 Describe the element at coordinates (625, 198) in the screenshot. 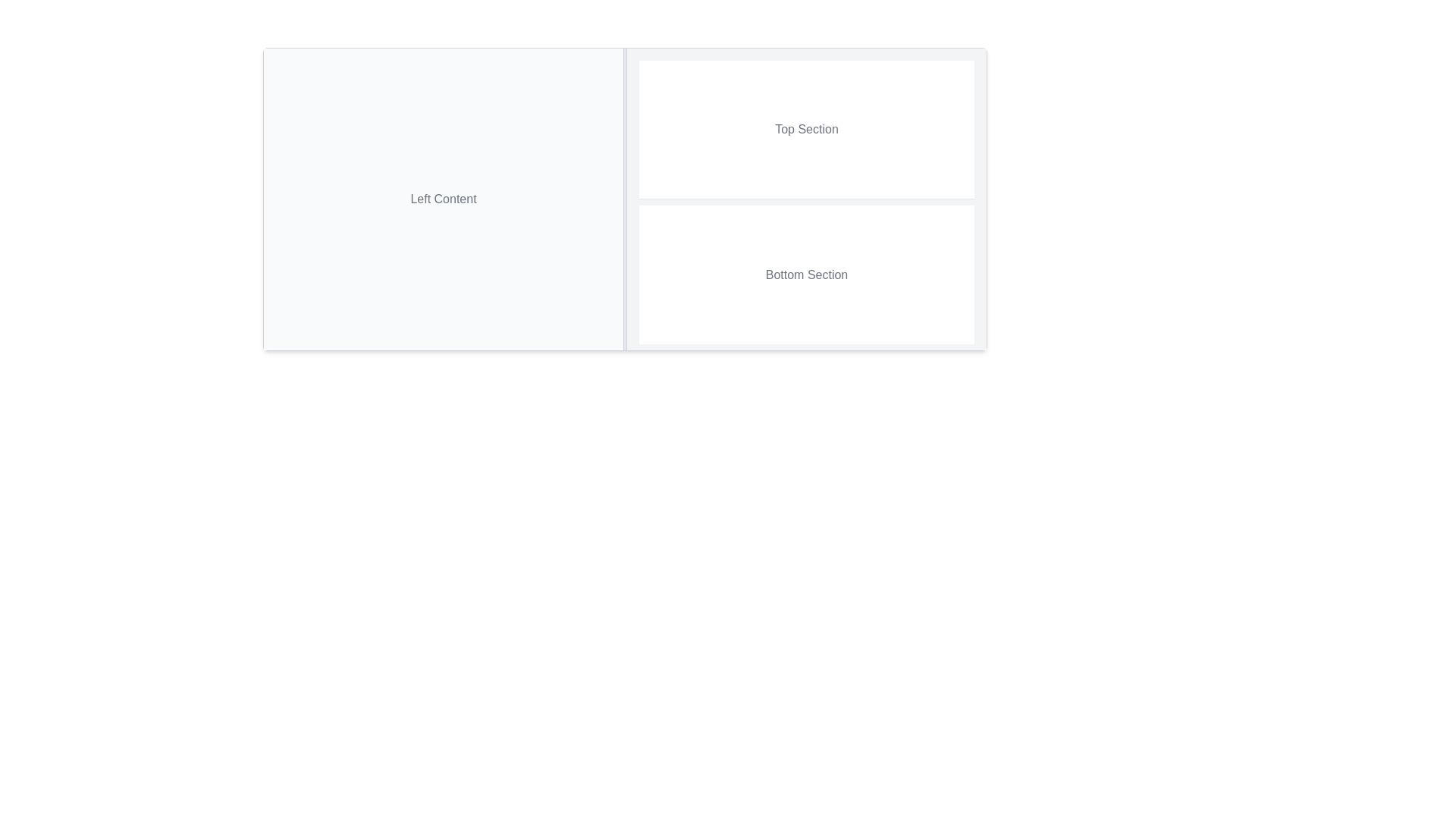

I see `the vertical divider located at the center of the layout (x: 824.5, y: 263)` at that location.